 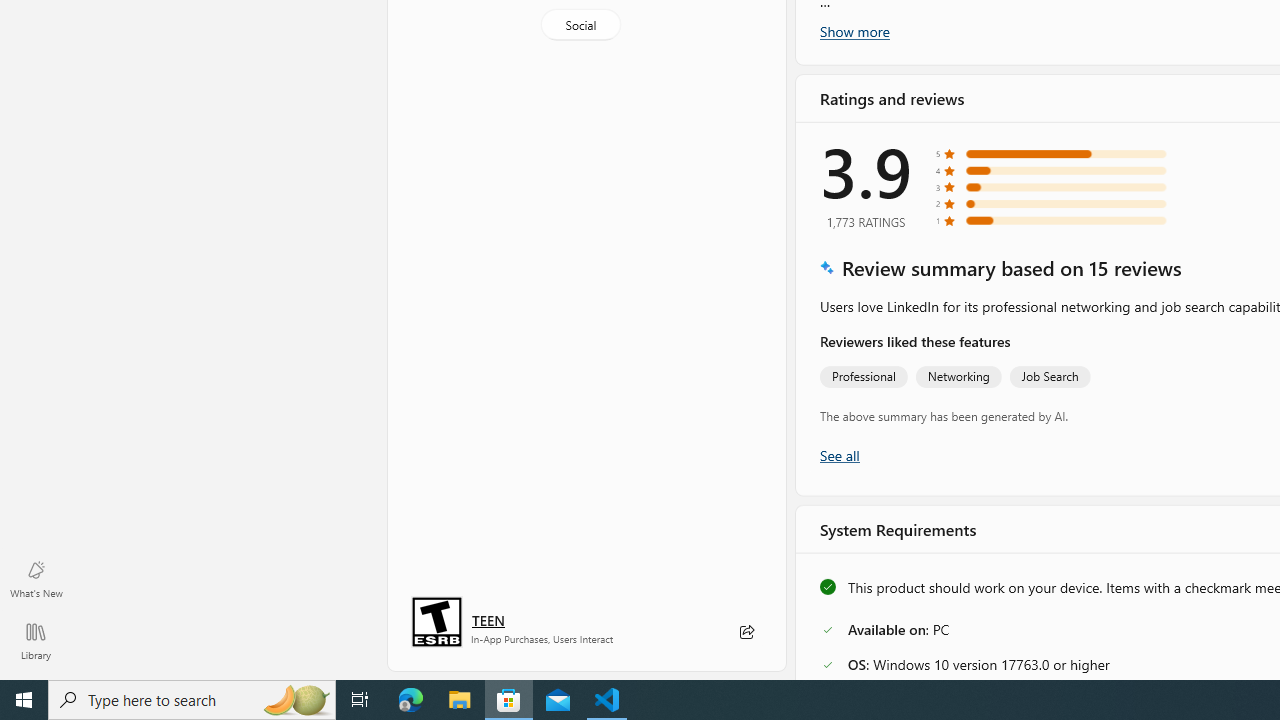 What do you see at coordinates (855, 31) in the screenshot?
I see `'Show more'` at bounding box center [855, 31].